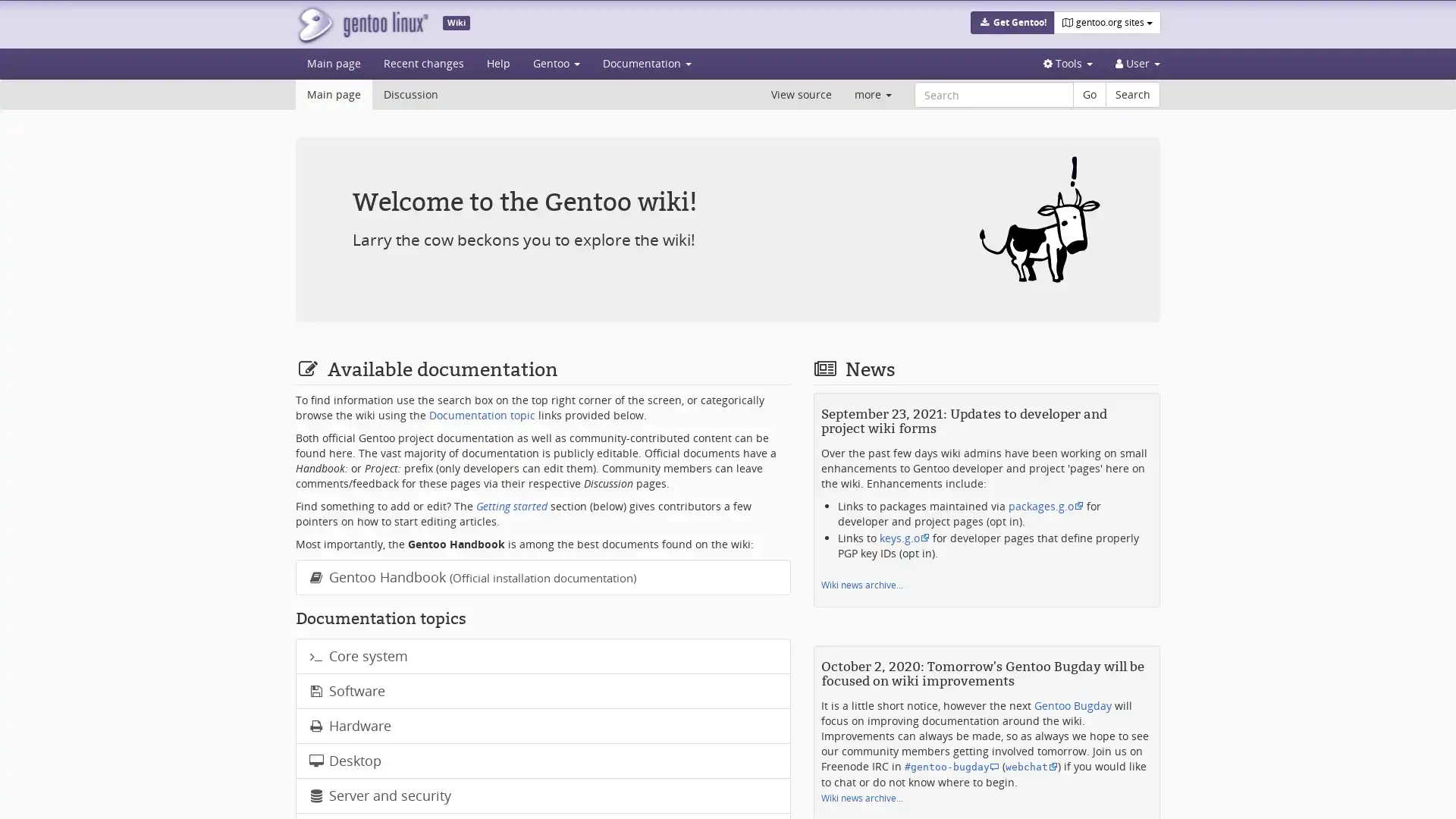 This screenshot has width=1456, height=819. Describe the element at coordinates (1137, 63) in the screenshot. I see `Personal tools User` at that location.